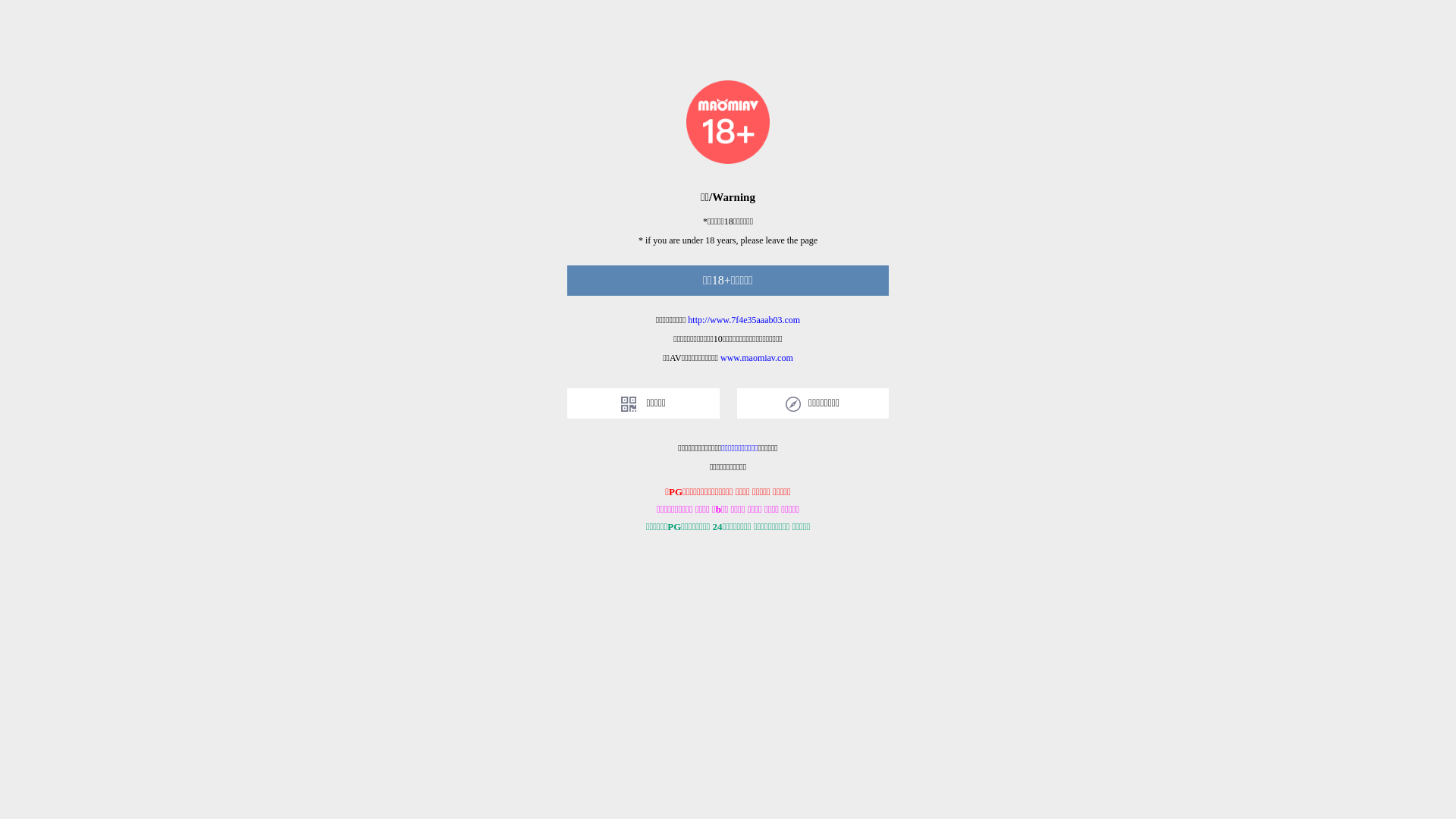  Describe the element at coordinates (757, 357) in the screenshot. I see `'www.maomiav.com'` at that location.